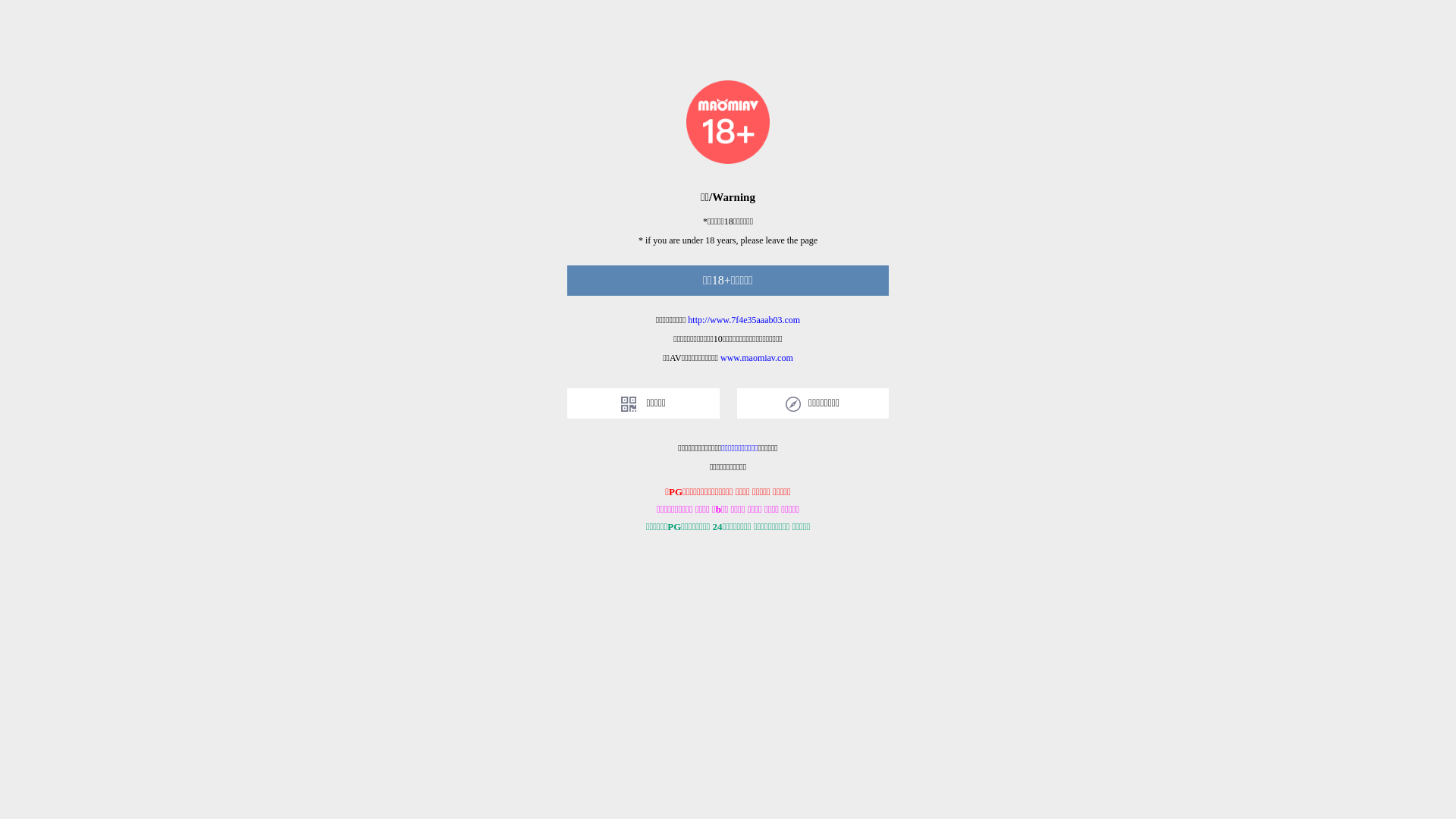  Describe the element at coordinates (757, 357) in the screenshot. I see `'www.maomiav.com'` at that location.